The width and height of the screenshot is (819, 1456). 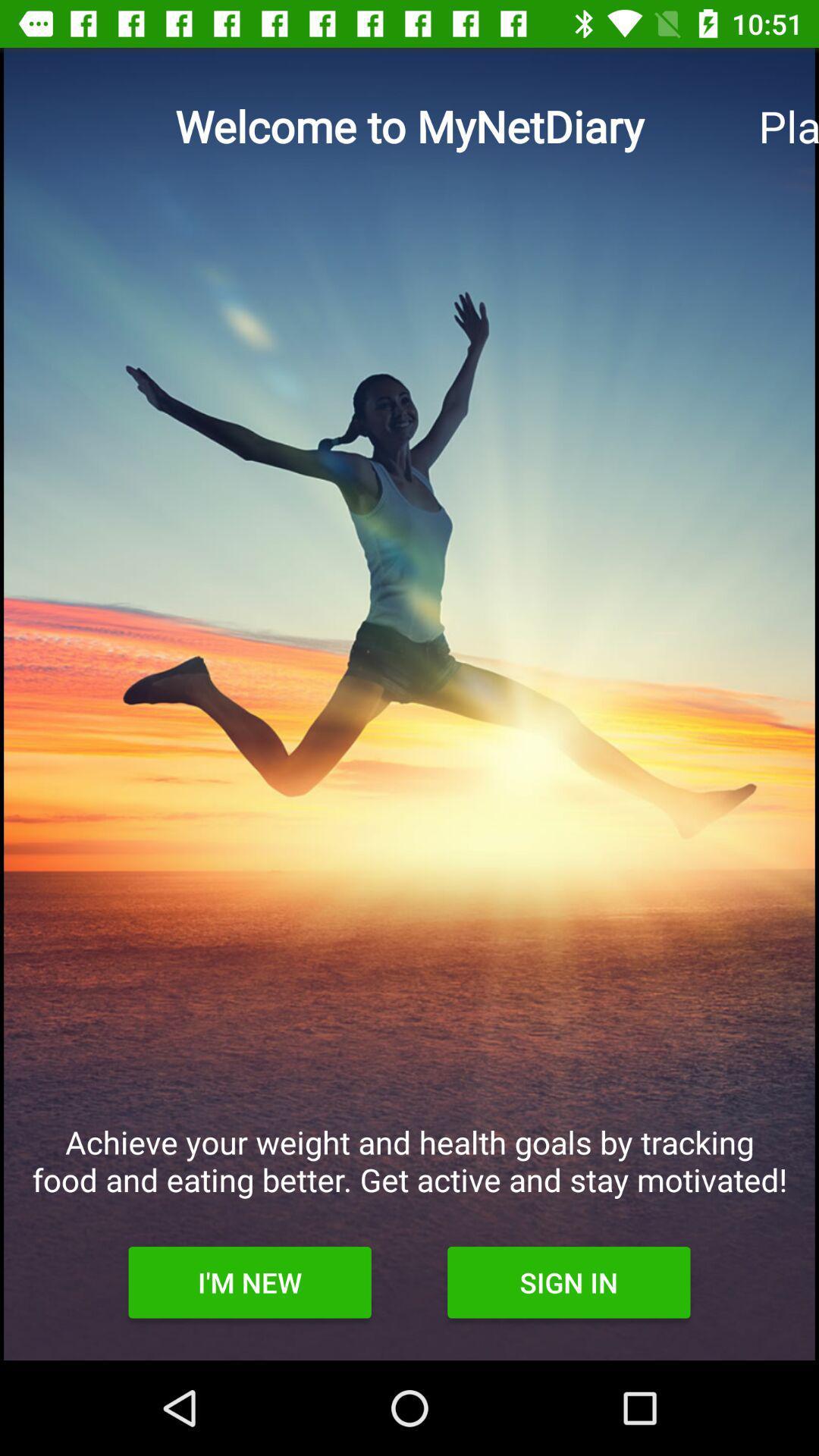 What do you see at coordinates (249, 1282) in the screenshot?
I see `the item to the left of the sign in` at bounding box center [249, 1282].